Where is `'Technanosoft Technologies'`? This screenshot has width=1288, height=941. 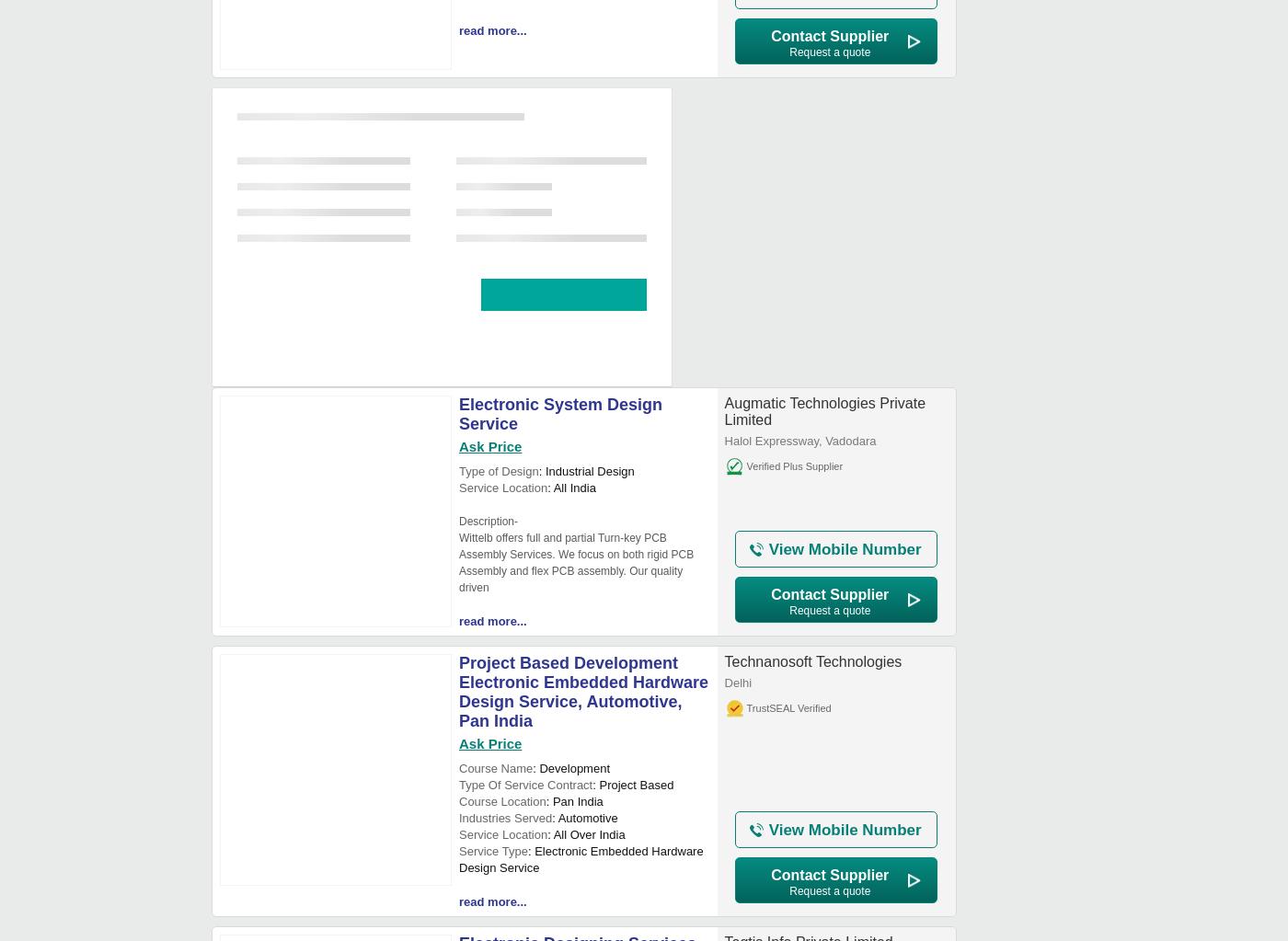 'Technanosoft Technologies' is located at coordinates (811, 661).